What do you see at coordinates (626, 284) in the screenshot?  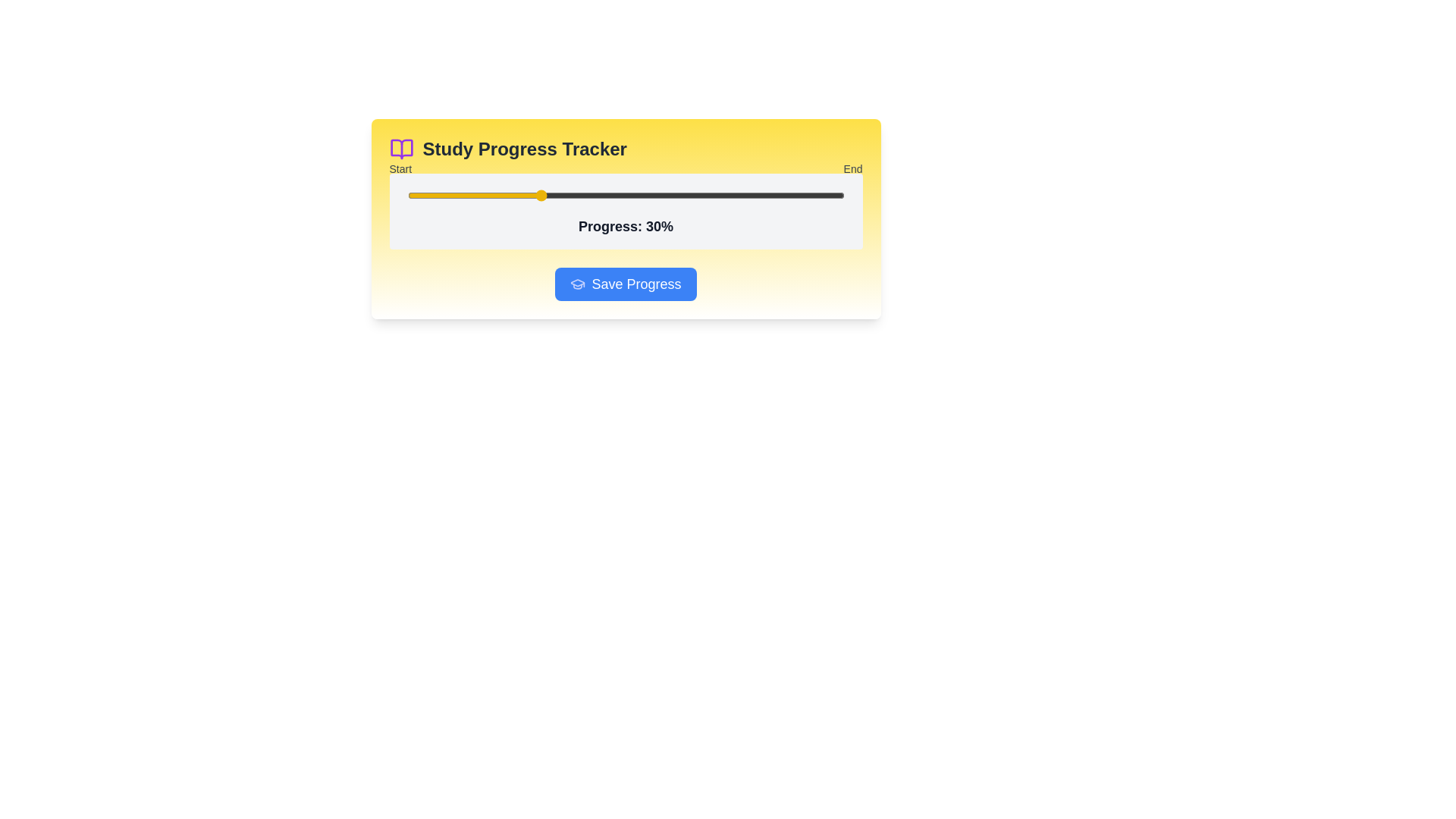 I see `the 'Save Progress' button to save the current progress` at bounding box center [626, 284].